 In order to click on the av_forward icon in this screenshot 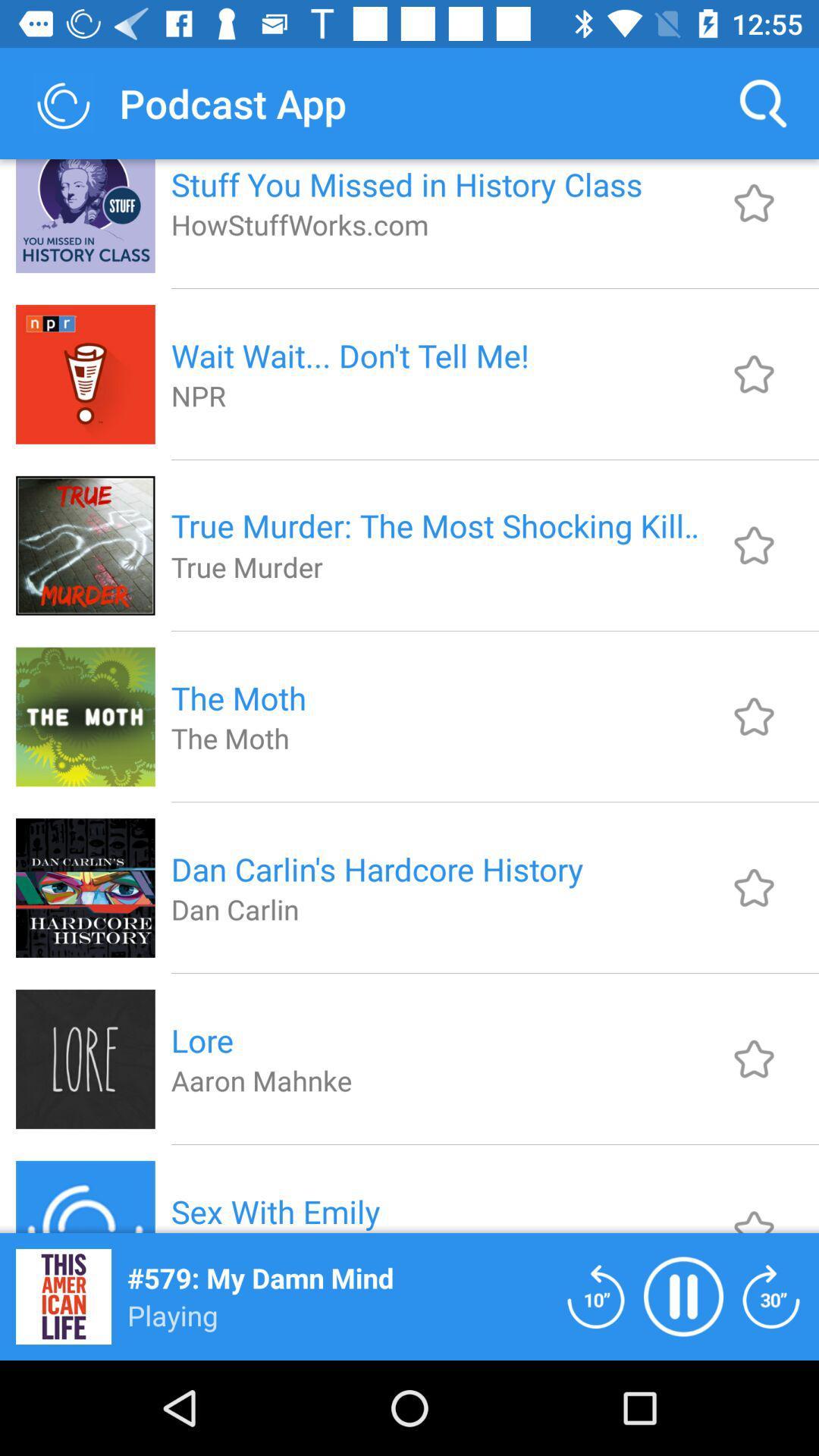, I will do `click(771, 1295)`.